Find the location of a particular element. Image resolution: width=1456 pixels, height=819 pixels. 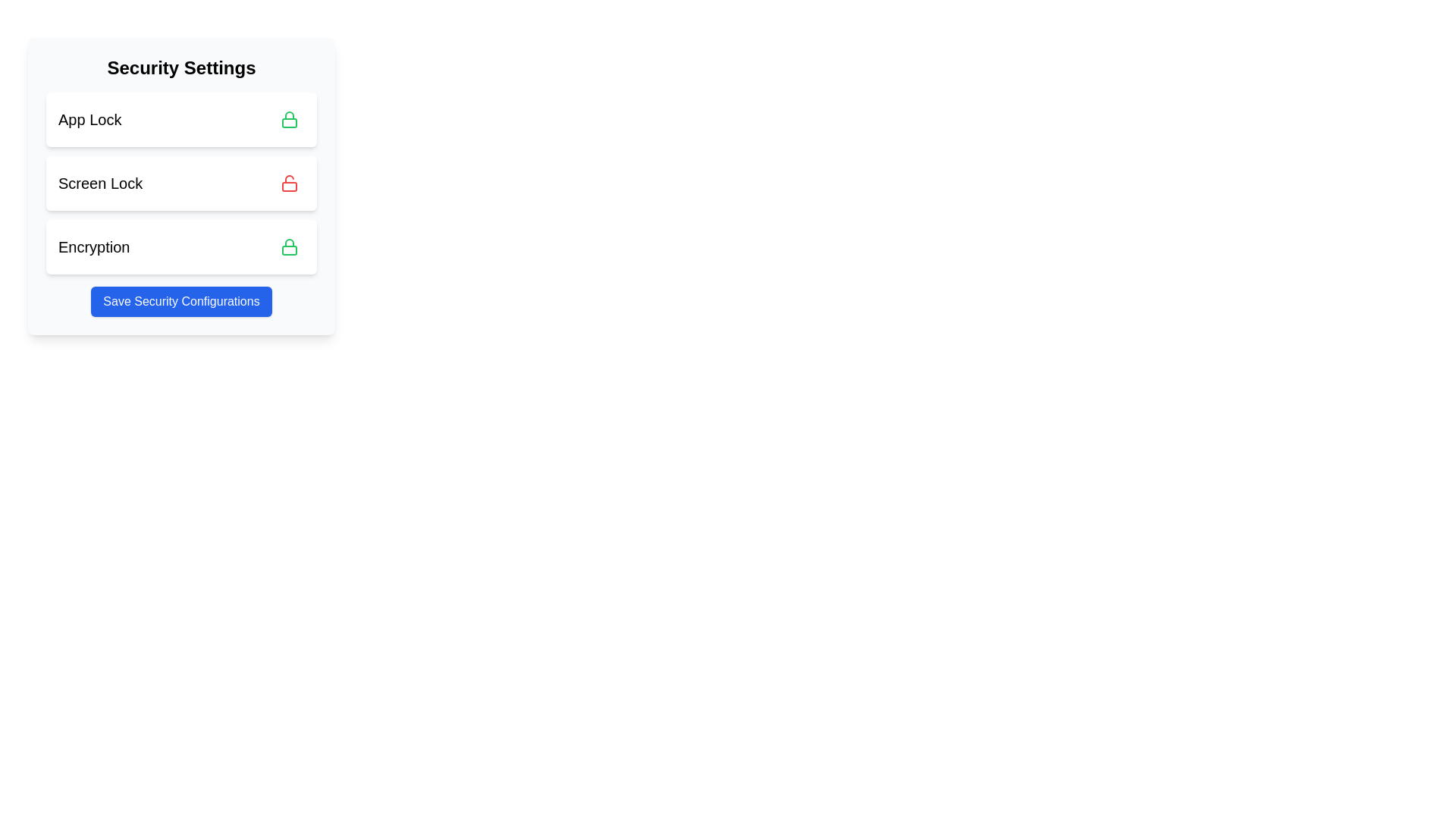

the lock button for 'App Lock' to observe any tooltip or visual feedback is located at coordinates (290, 119).